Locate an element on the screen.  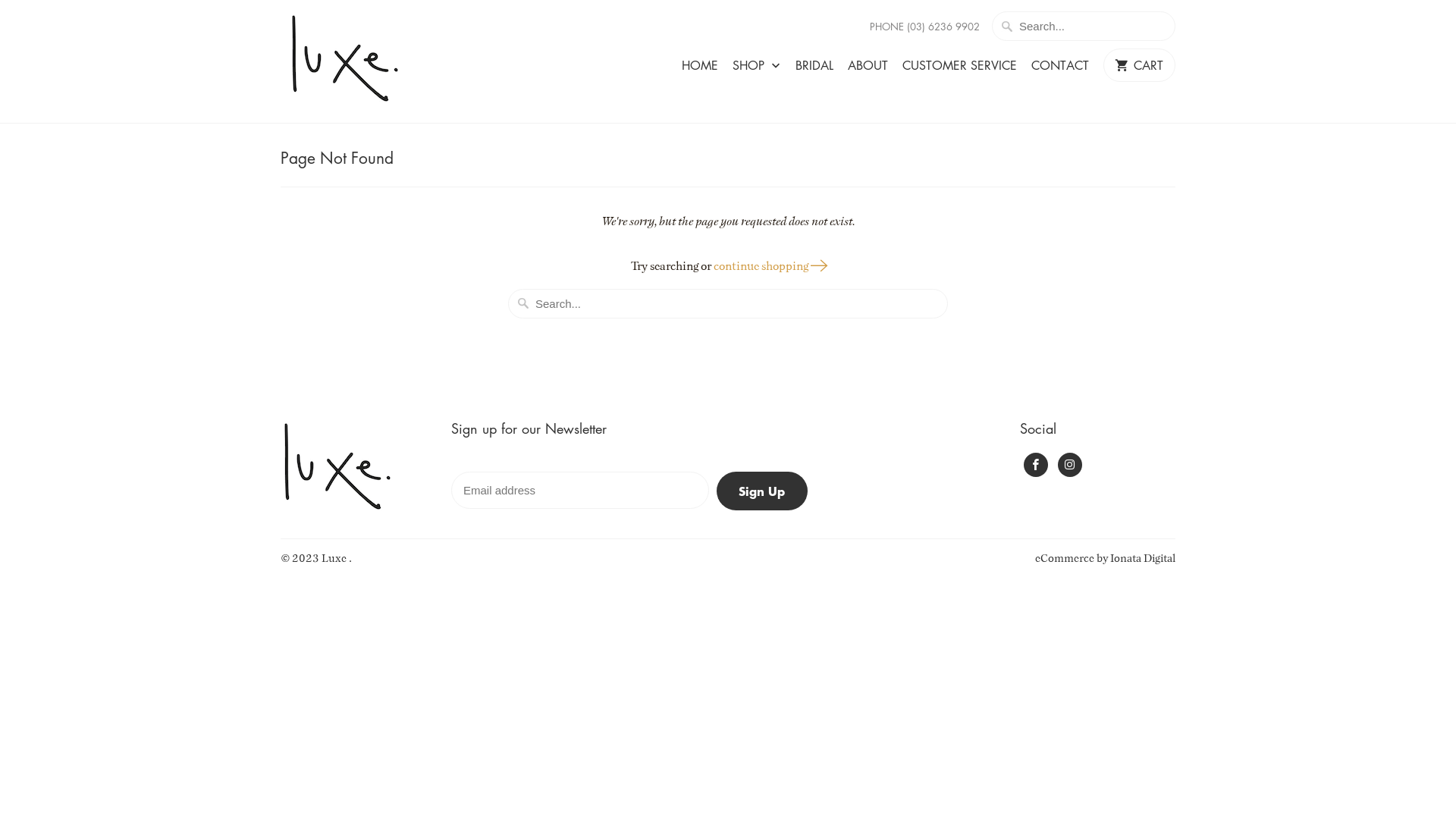
'Luxe  on Facebook' is located at coordinates (1035, 464).